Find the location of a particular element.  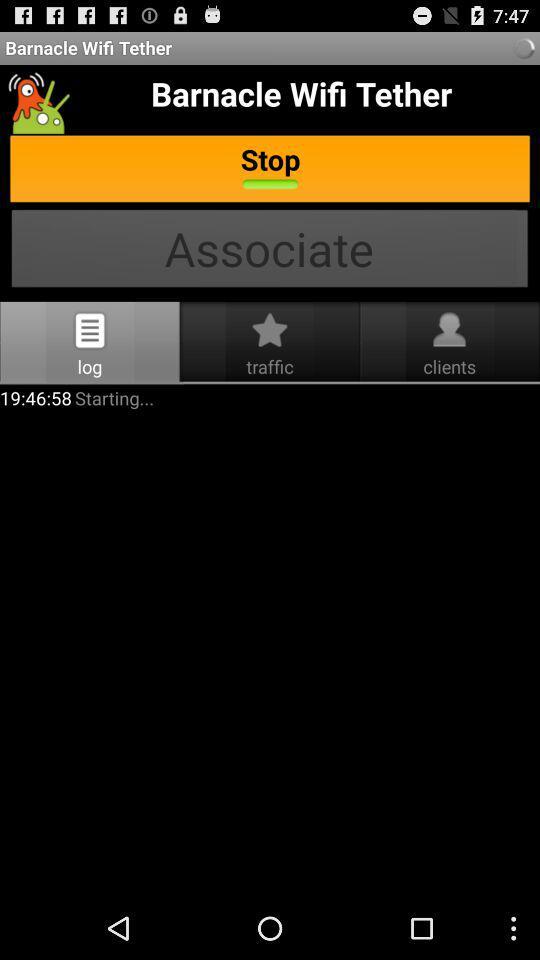

the text which reads associate is located at coordinates (270, 250).